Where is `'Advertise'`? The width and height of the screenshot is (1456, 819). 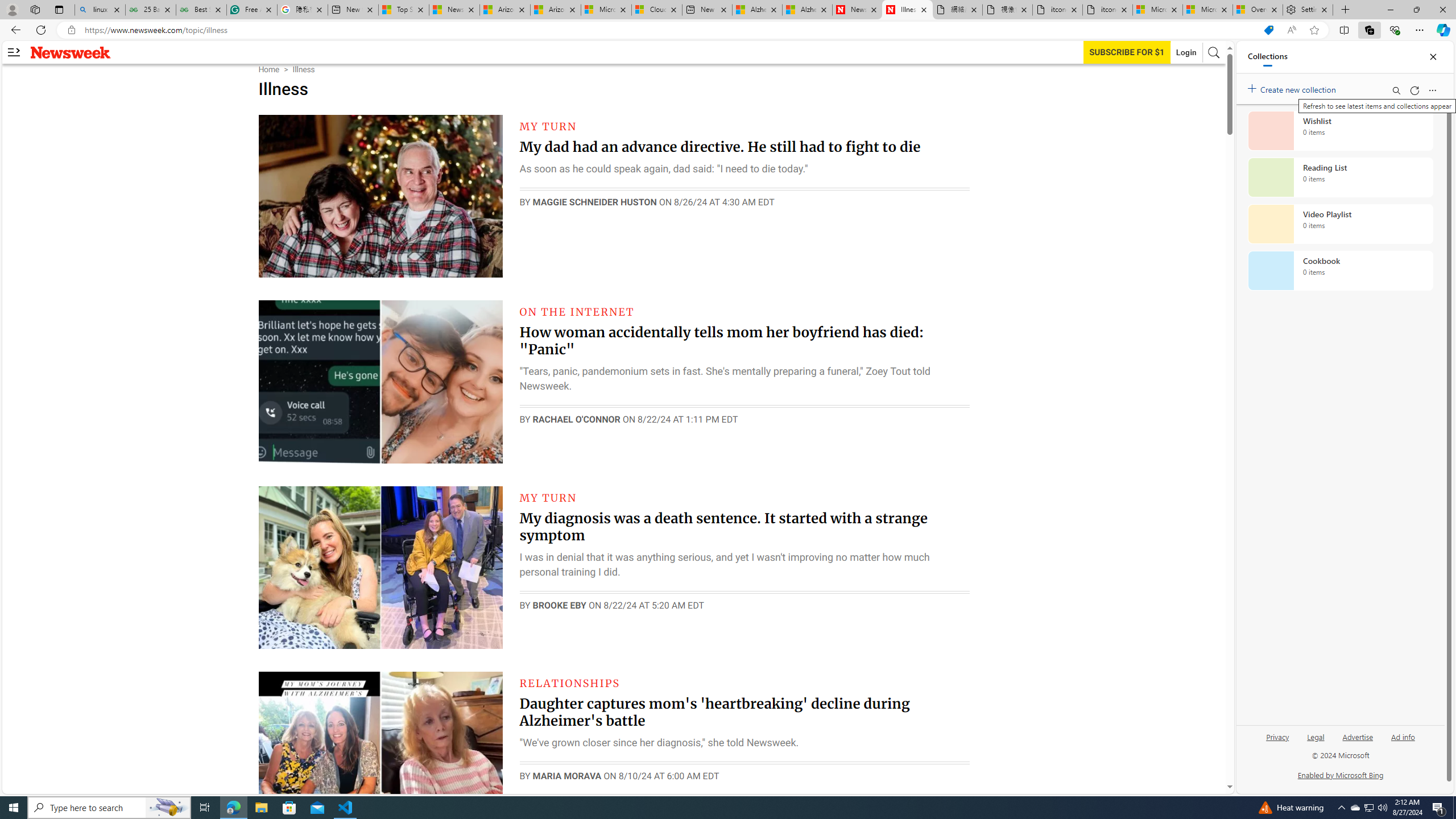
'Advertise' is located at coordinates (1357, 736).